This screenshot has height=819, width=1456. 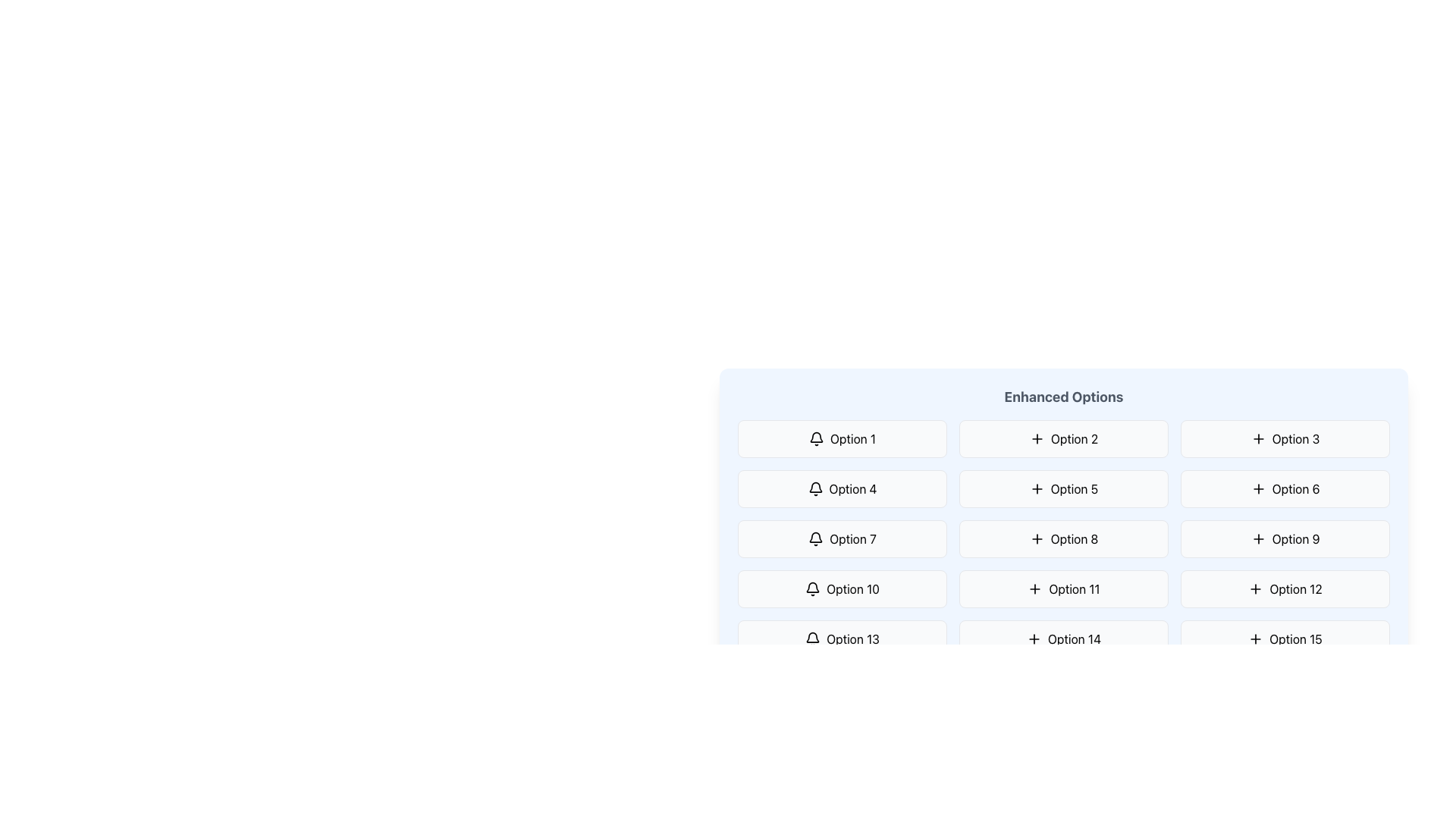 What do you see at coordinates (1258, 488) in the screenshot?
I see `the small square-shaped plus icon located to the left of the text 'Option 6'` at bounding box center [1258, 488].